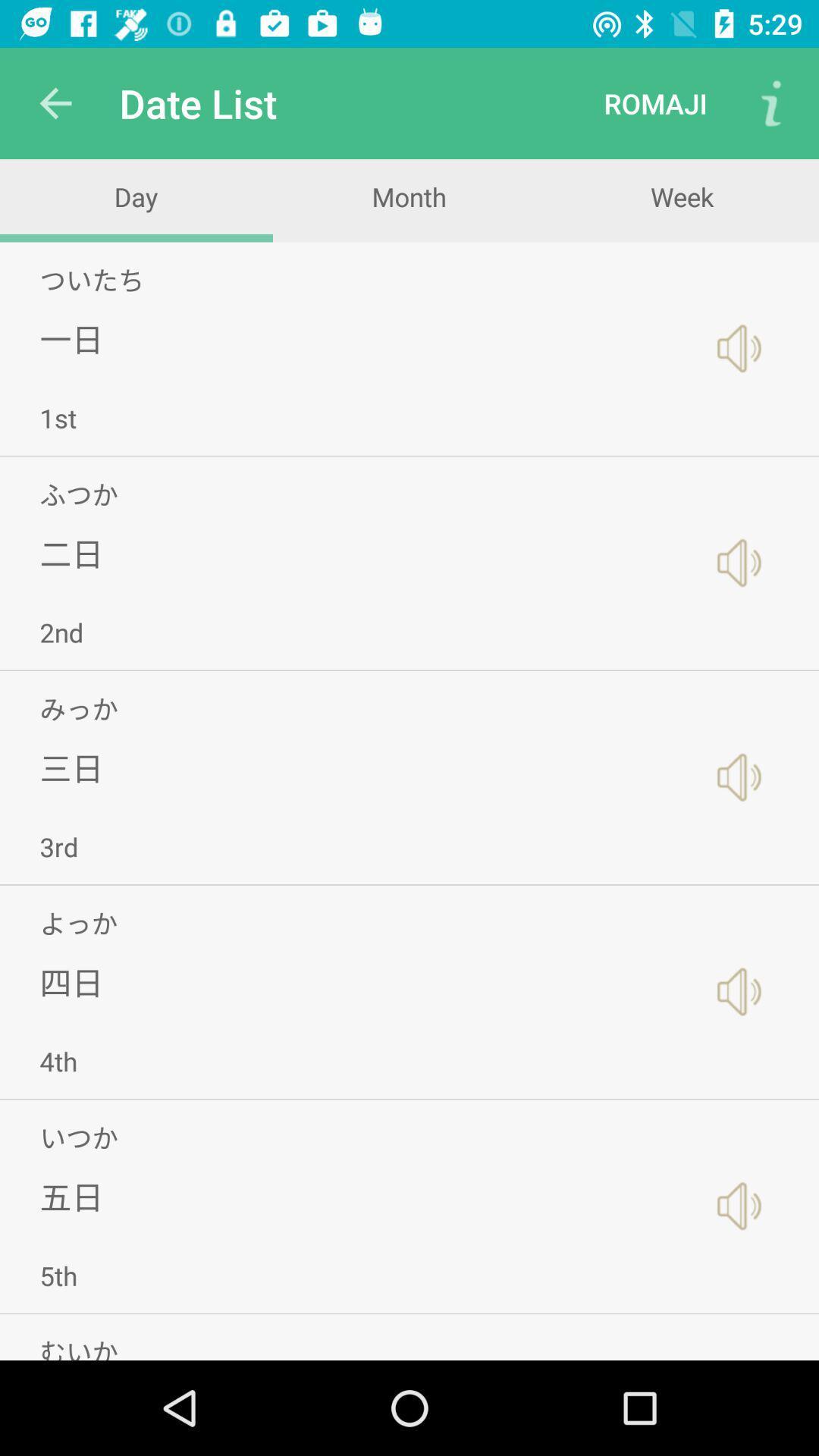  Describe the element at coordinates (71, 1196) in the screenshot. I see `the icon above 5th app` at that location.